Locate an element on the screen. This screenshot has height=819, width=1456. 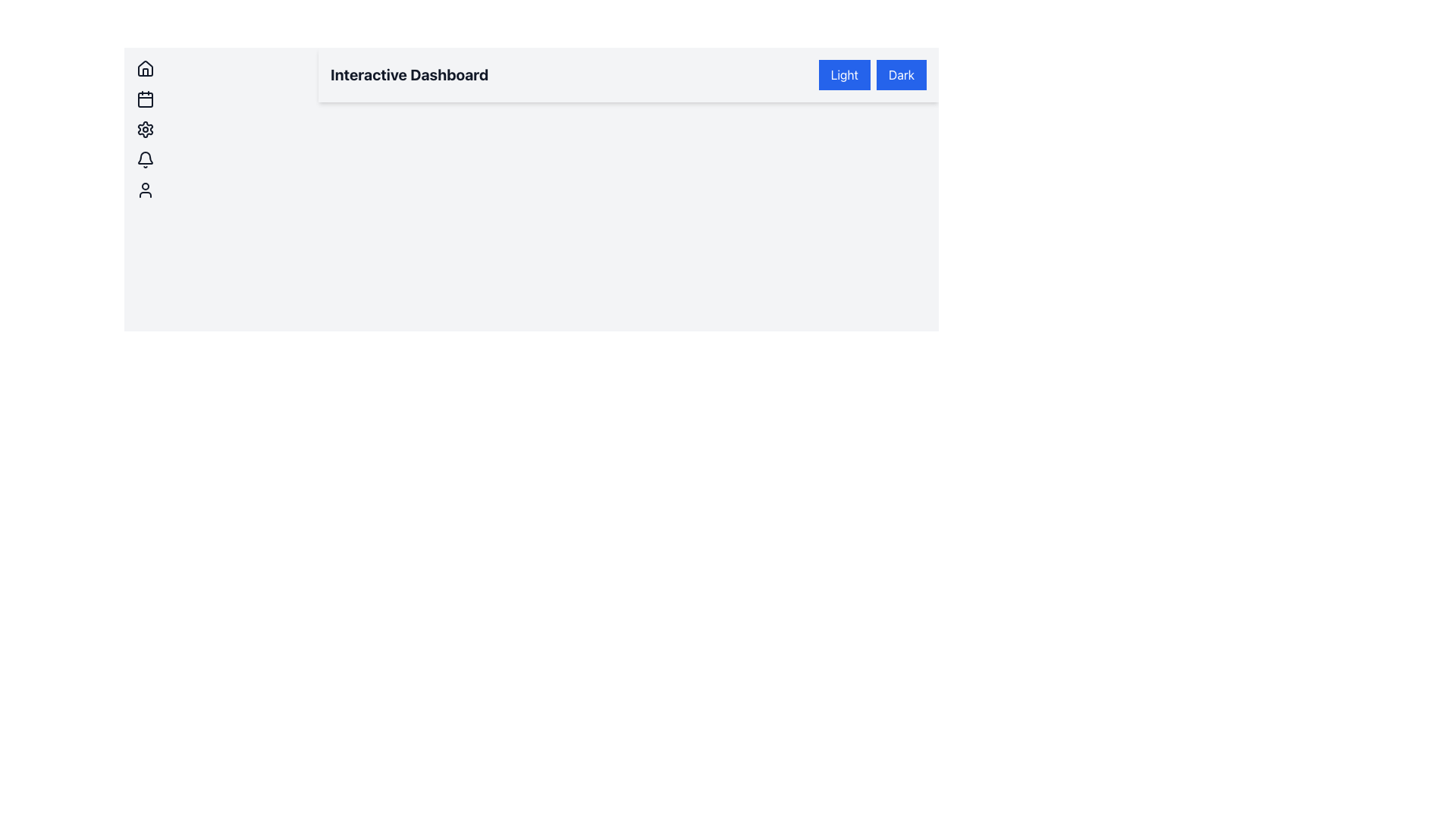
the home dashboard icon located at the top of the vertical list of icons on the left side of the interface is located at coordinates (146, 69).